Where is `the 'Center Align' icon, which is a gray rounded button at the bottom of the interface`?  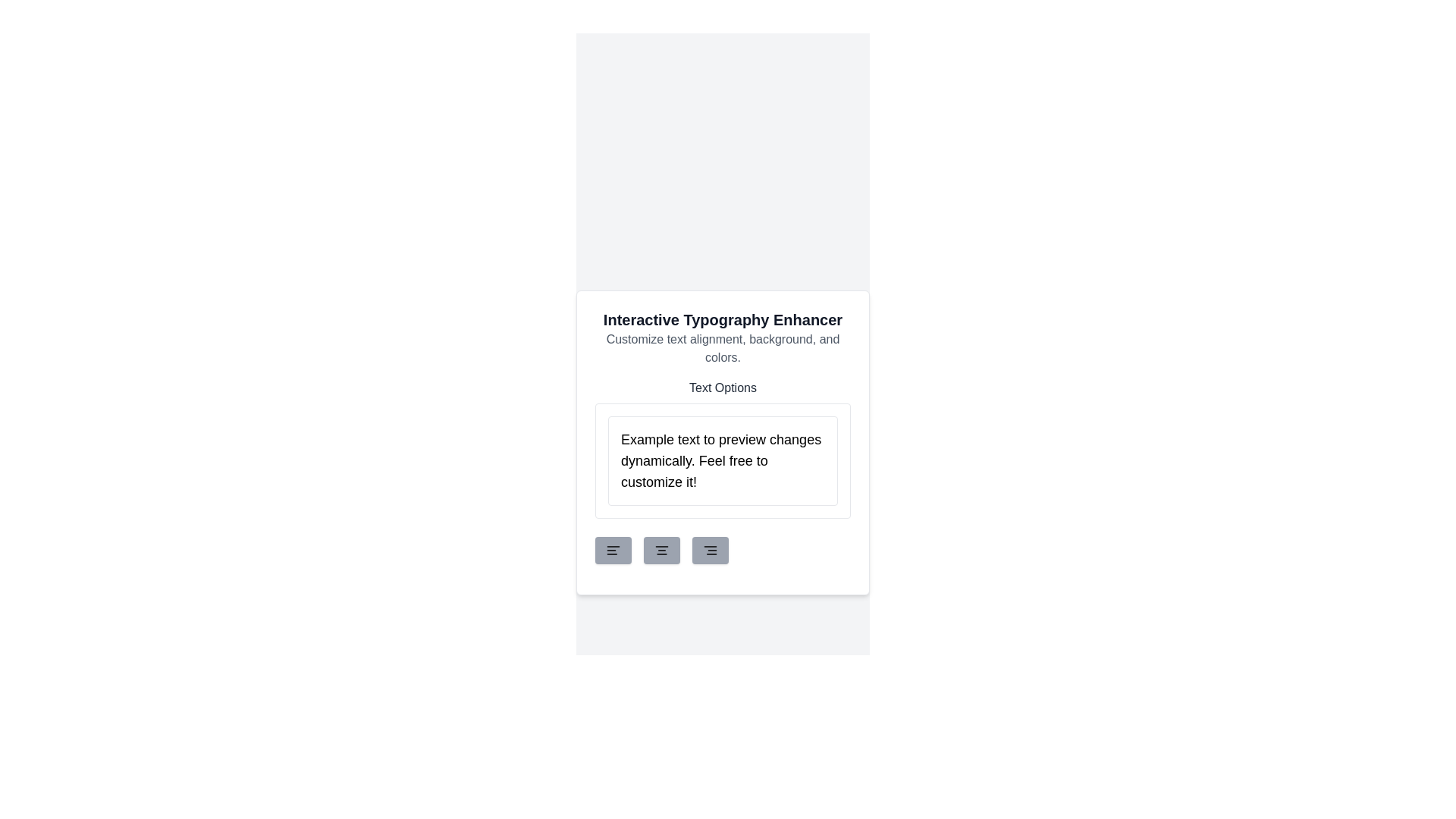 the 'Center Align' icon, which is a gray rounded button at the bottom of the interface is located at coordinates (662, 550).